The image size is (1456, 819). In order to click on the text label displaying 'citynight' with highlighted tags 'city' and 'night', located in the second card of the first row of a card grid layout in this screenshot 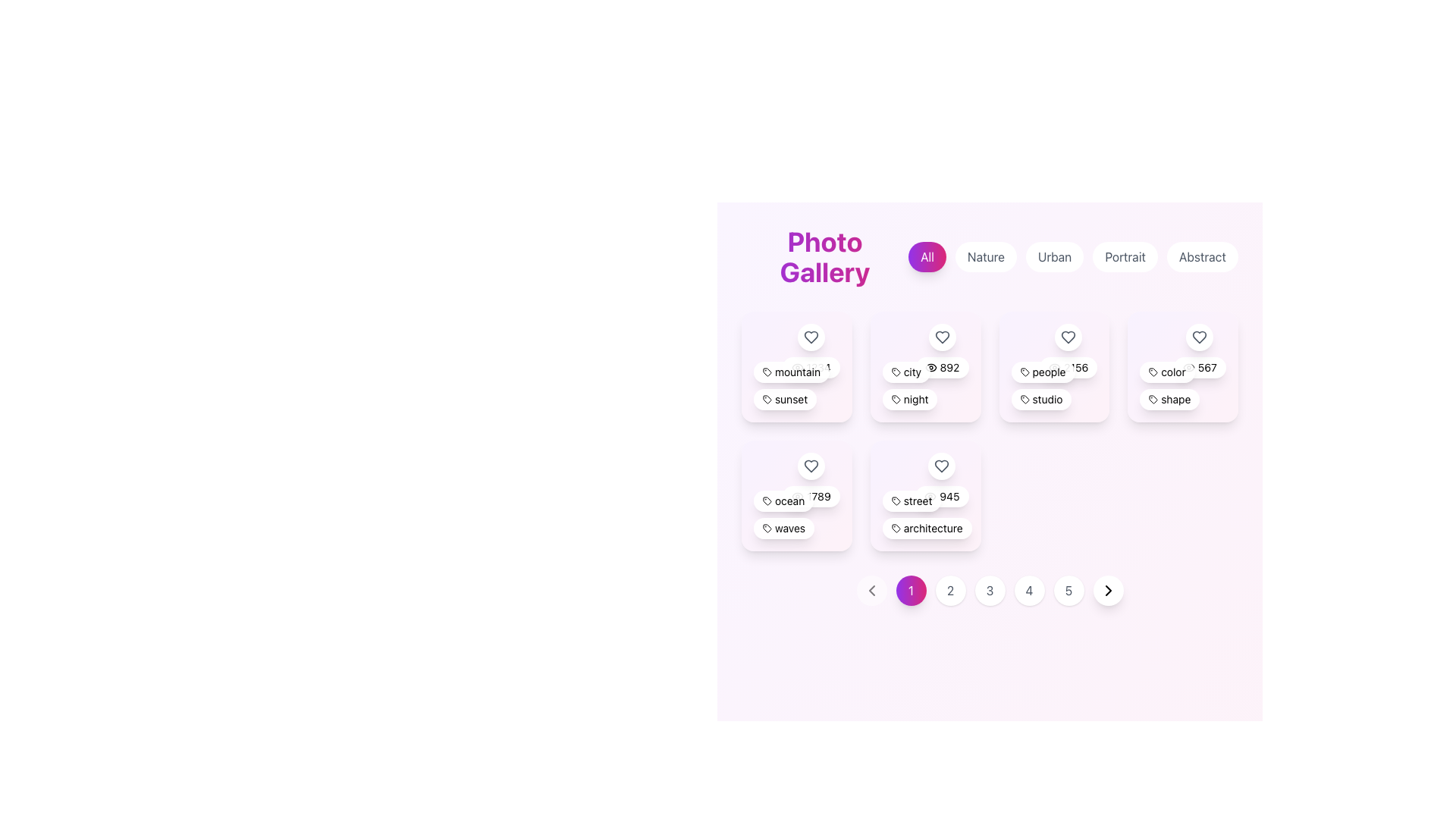, I will do `click(924, 384)`.